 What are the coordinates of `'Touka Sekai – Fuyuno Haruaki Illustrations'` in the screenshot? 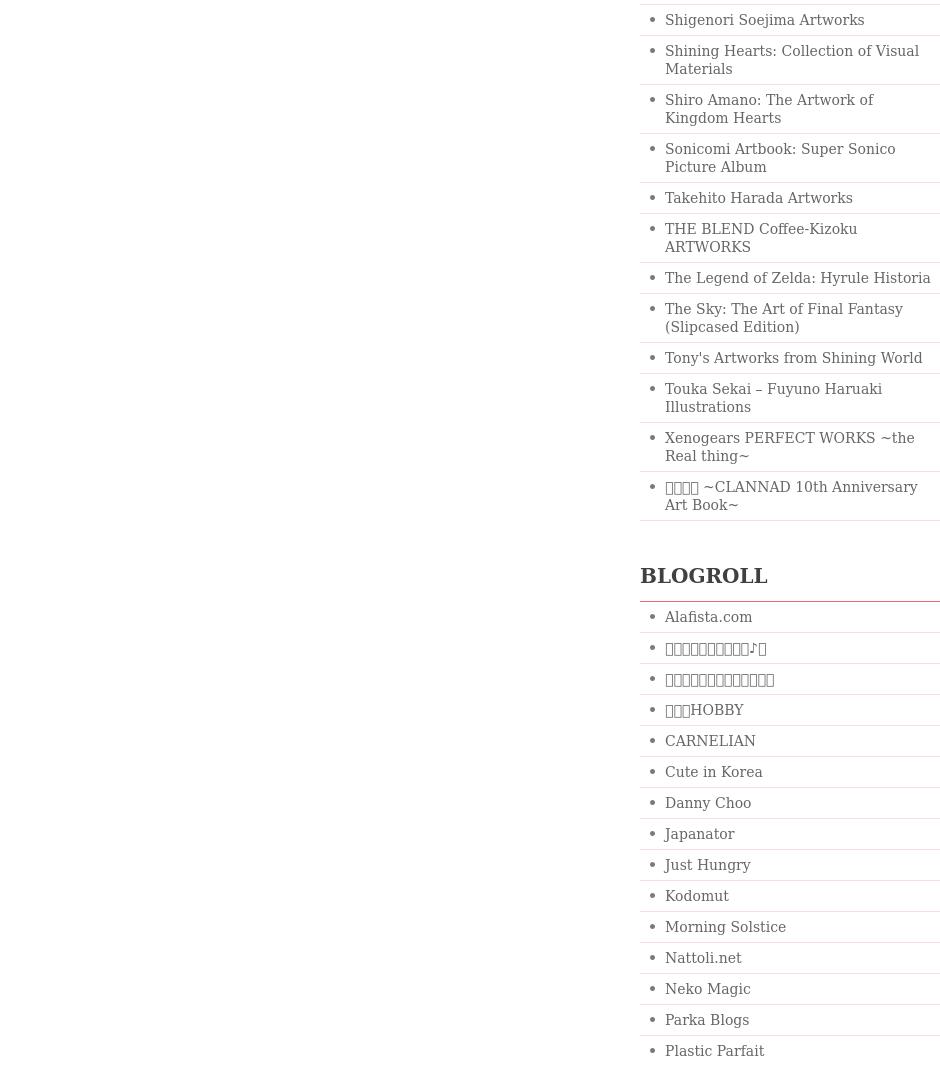 It's located at (772, 398).